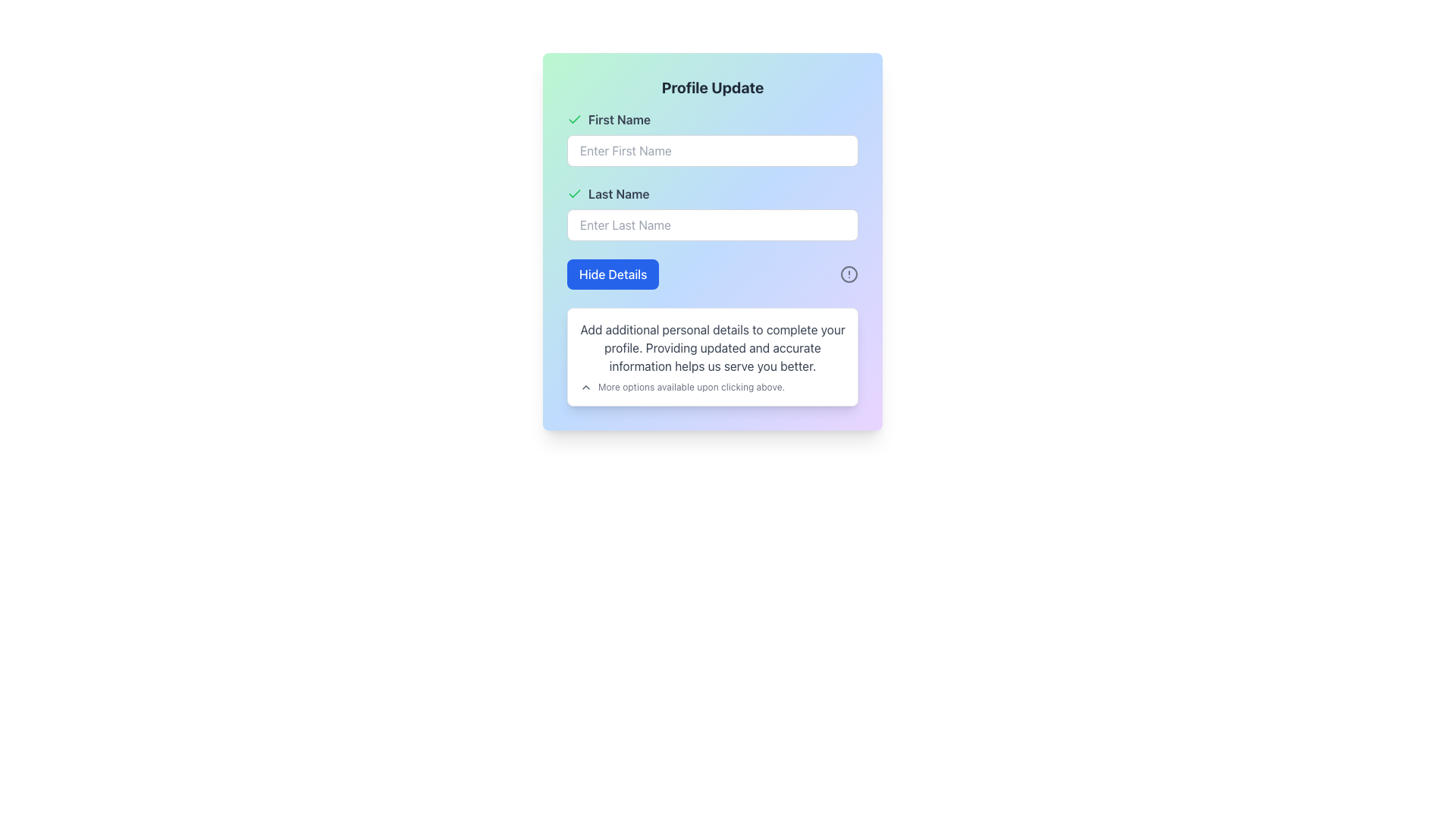 The width and height of the screenshot is (1456, 819). I want to click on the green checkmark icon located next to the 'First Name' label in the form, so click(574, 119).